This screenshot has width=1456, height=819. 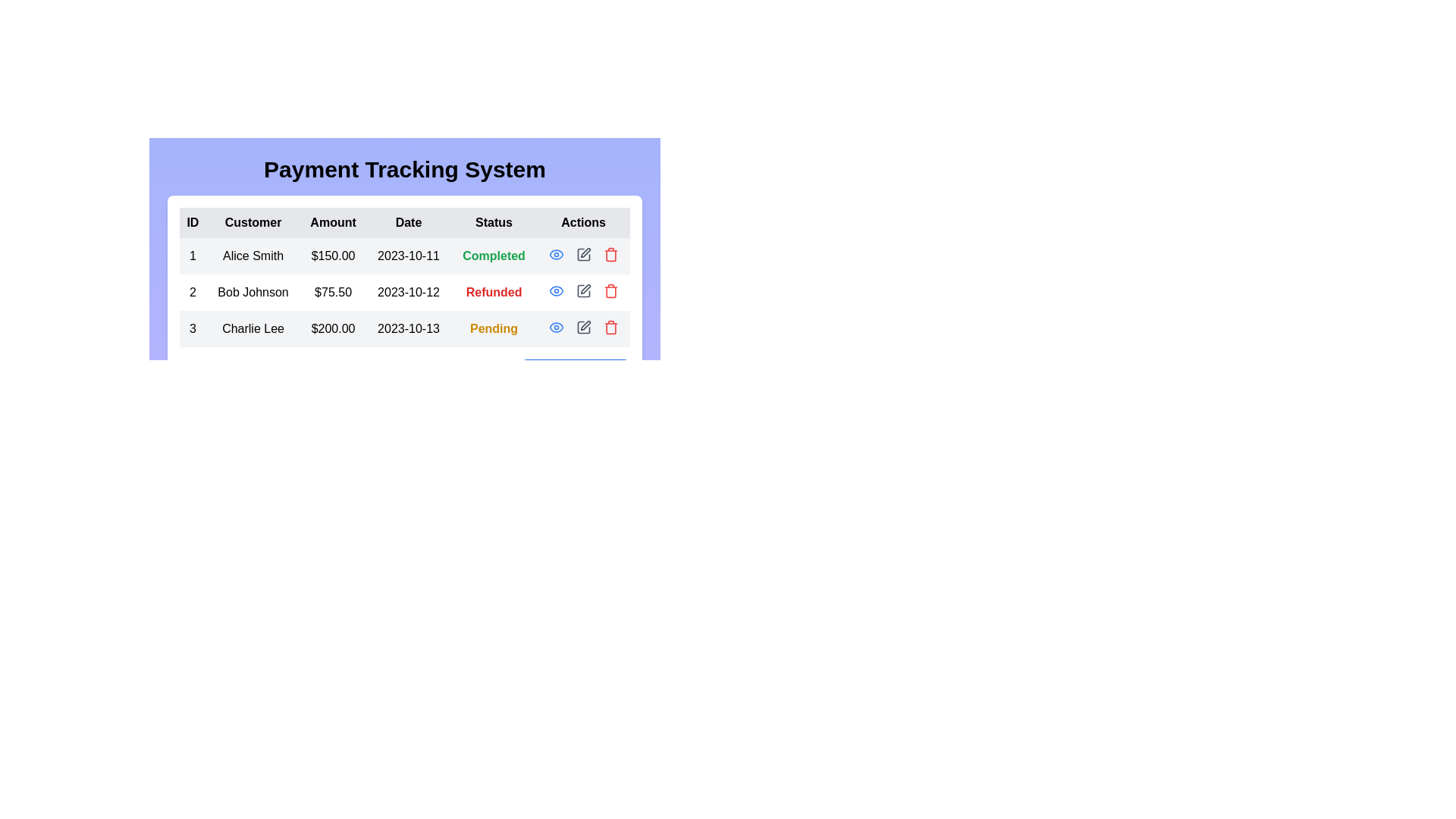 What do you see at coordinates (610, 292) in the screenshot?
I see `trash can icon, which is the third icon from the left in the actions column of the third row, located directly to the right of the pencil/edit icon` at bounding box center [610, 292].